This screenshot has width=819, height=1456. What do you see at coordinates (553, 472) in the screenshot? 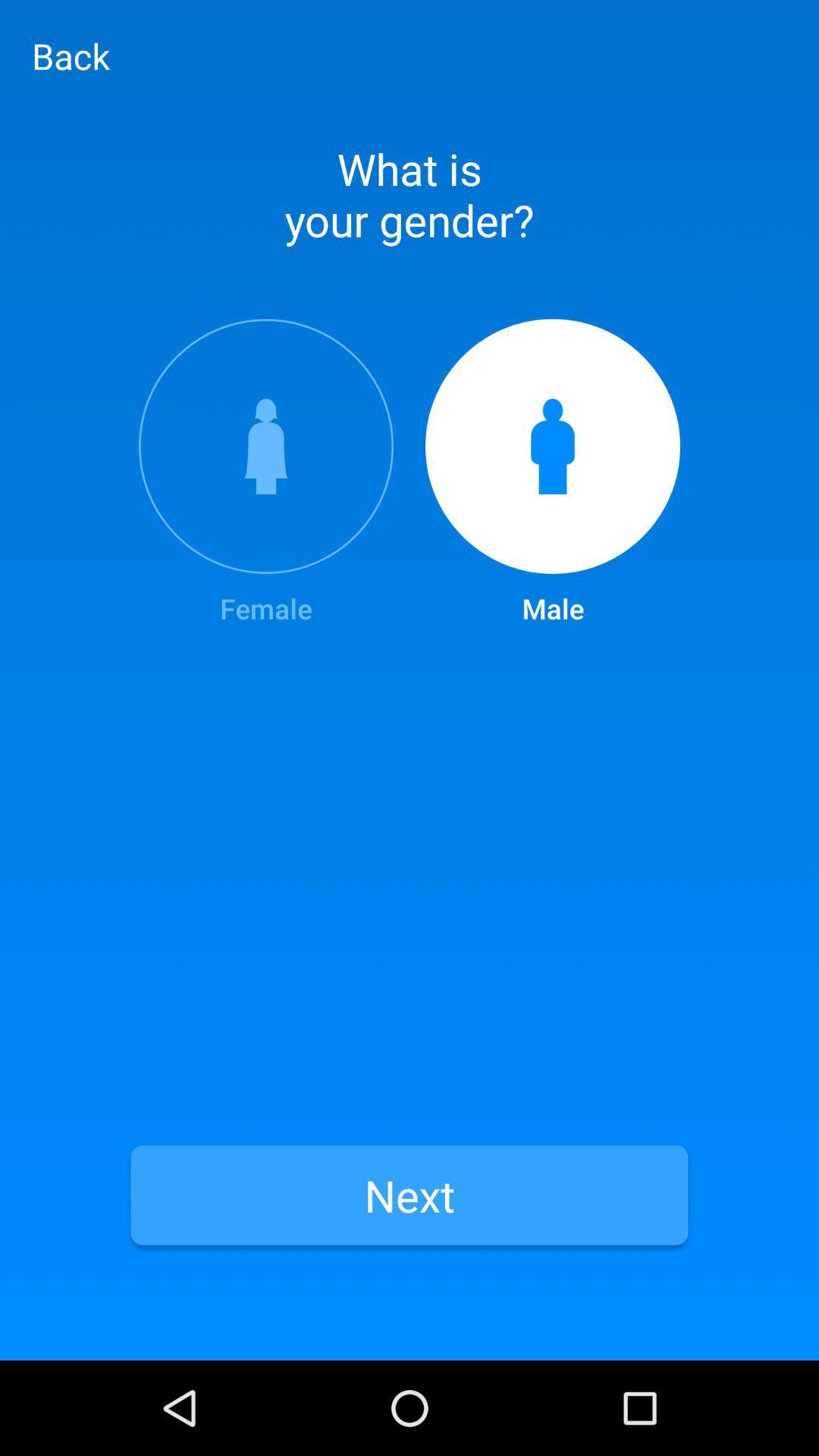
I see `item below what is your icon` at bounding box center [553, 472].